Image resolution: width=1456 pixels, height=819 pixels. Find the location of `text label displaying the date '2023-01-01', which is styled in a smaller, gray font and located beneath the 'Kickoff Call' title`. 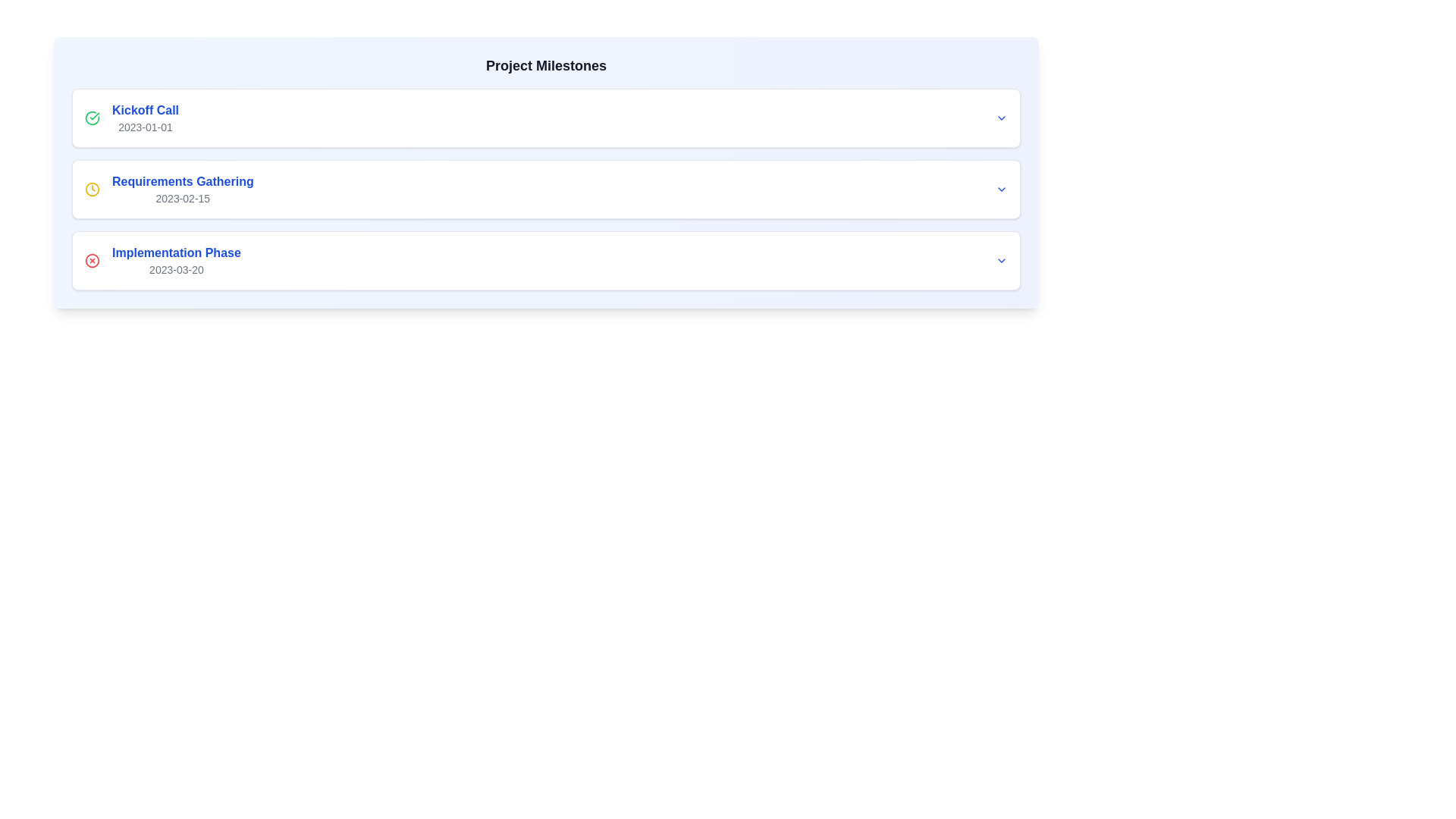

text label displaying the date '2023-01-01', which is styled in a smaller, gray font and located beneath the 'Kickoff Call' title is located at coordinates (146, 127).